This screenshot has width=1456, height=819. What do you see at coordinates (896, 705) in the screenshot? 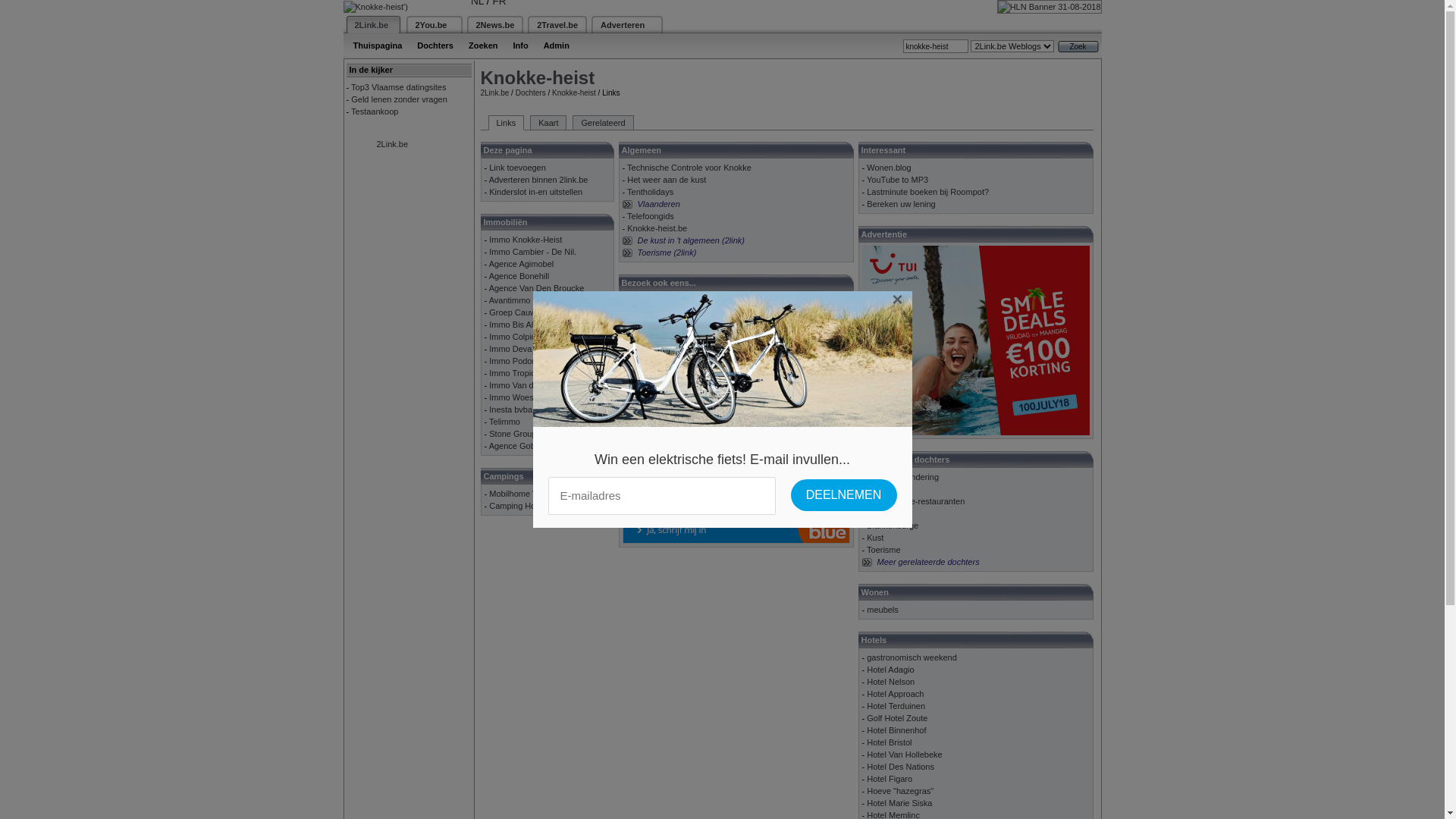
I see `'Hotel Terduinen'` at bounding box center [896, 705].